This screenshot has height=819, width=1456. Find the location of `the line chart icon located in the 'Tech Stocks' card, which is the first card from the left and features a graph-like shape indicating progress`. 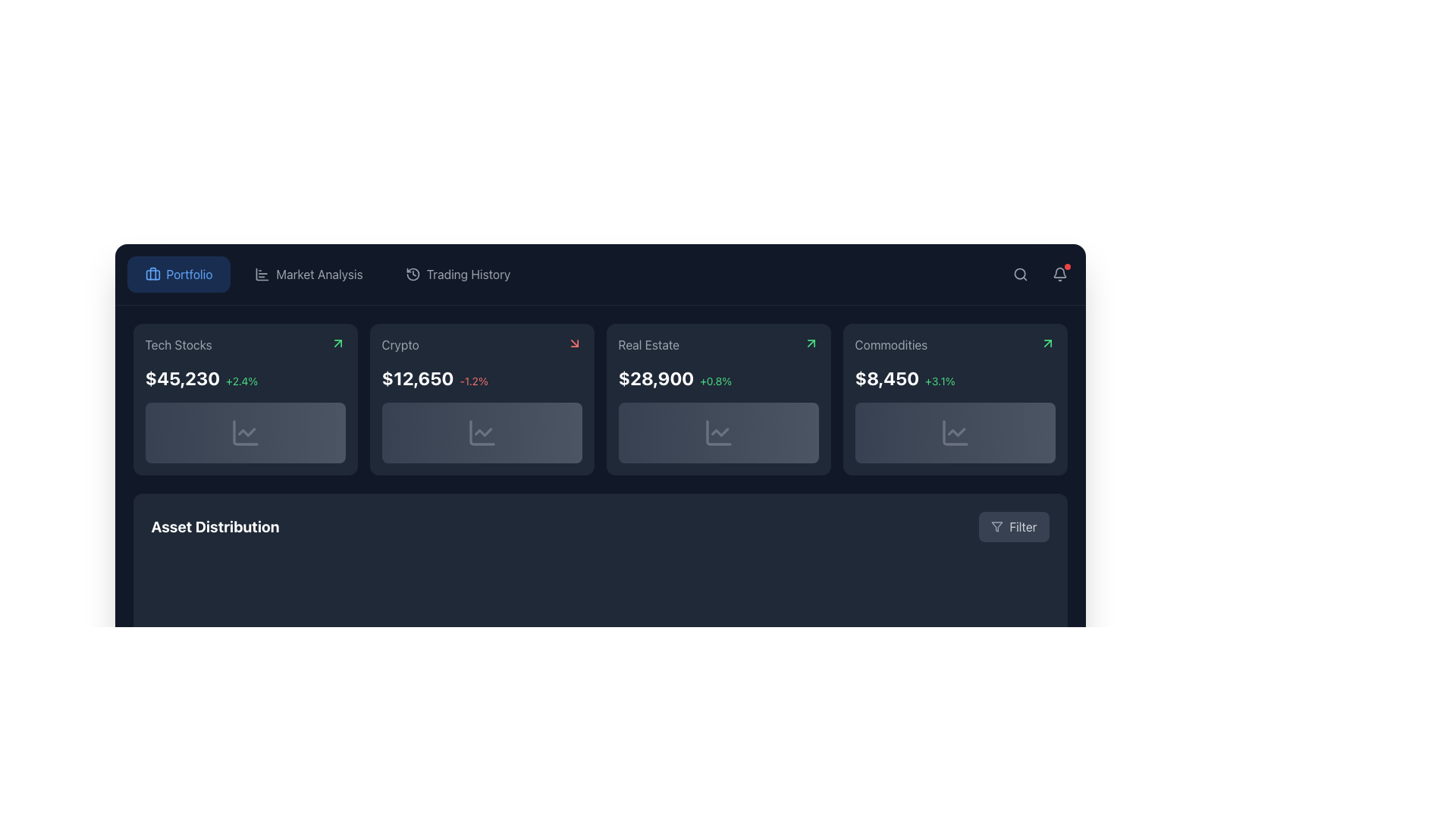

the line chart icon located in the 'Tech Stocks' card, which is the first card from the left and features a graph-like shape indicating progress is located at coordinates (245, 432).